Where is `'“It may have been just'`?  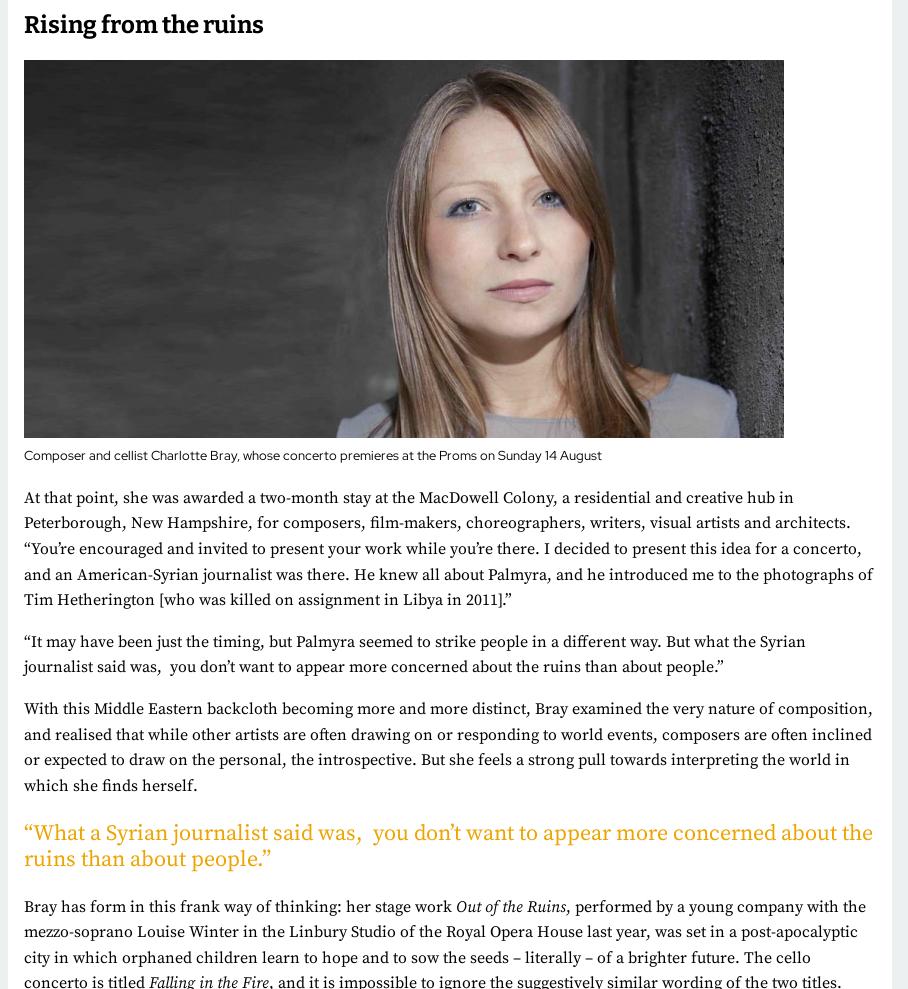
'“It may have been just' is located at coordinates (103, 640).